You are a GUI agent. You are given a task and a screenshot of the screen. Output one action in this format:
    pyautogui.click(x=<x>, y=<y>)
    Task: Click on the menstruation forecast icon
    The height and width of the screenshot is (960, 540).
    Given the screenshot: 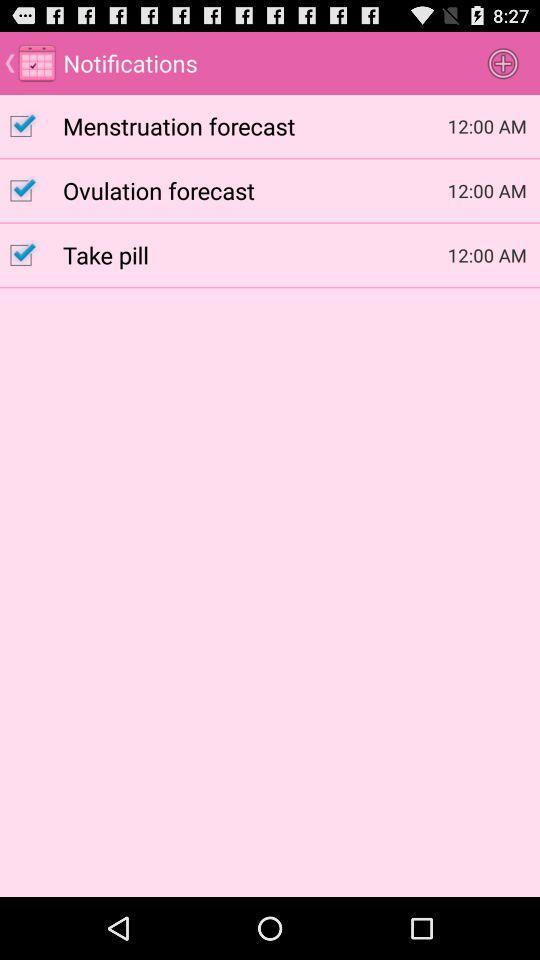 What is the action you would take?
    pyautogui.click(x=255, y=124)
    